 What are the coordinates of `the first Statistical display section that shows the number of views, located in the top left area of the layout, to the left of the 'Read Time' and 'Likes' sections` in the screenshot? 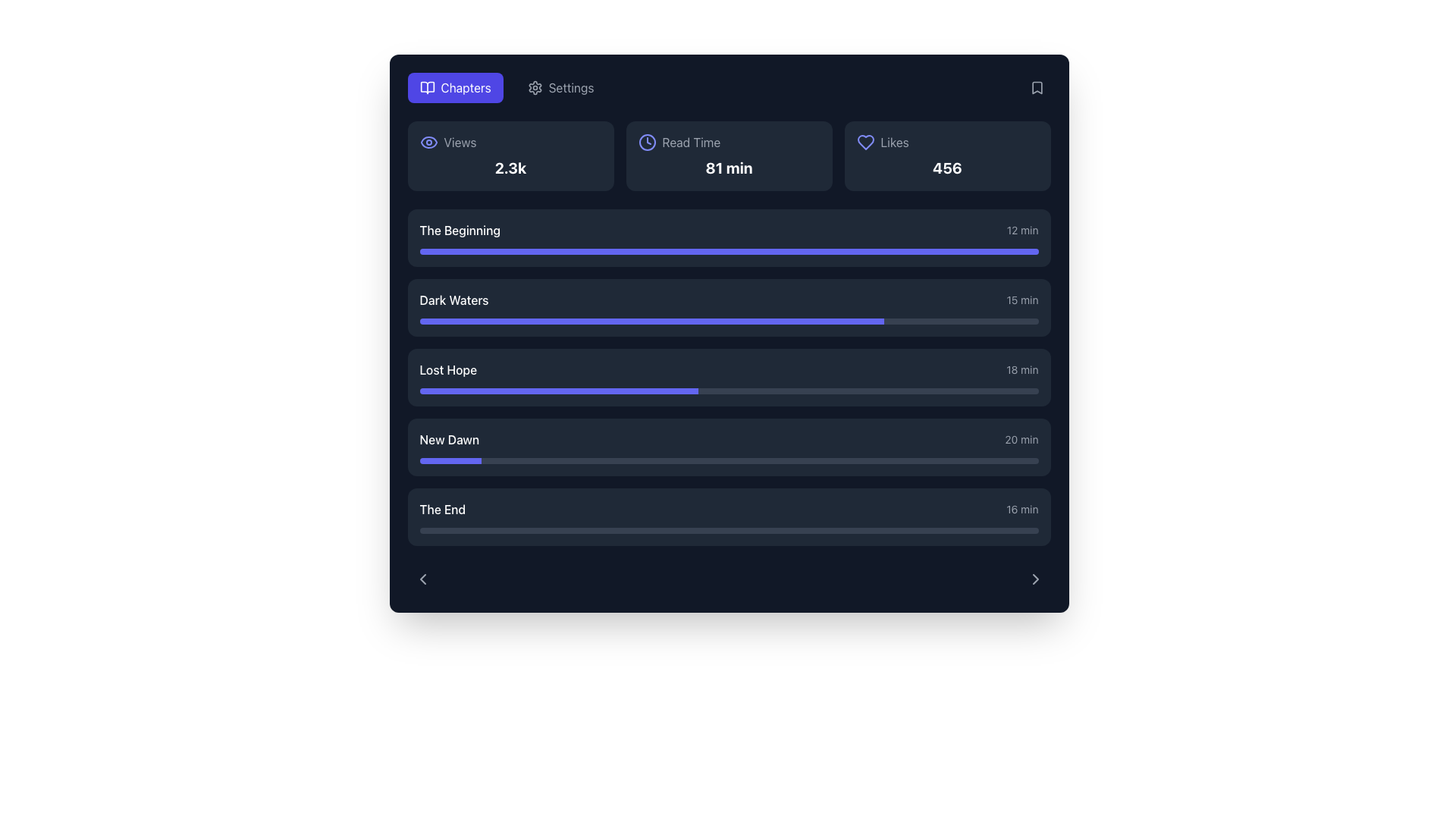 It's located at (510, 155).